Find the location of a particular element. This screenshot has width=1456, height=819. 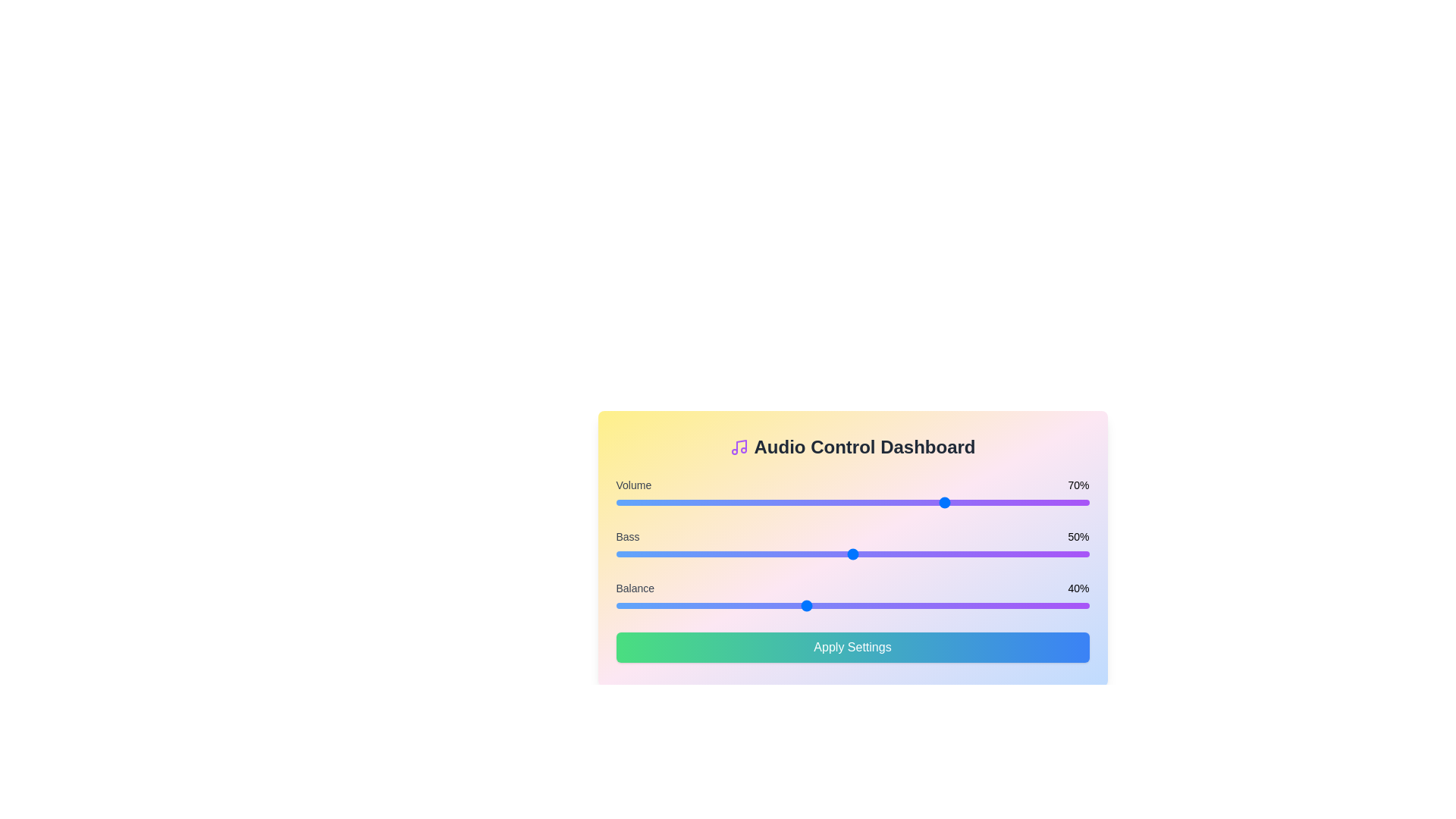

the Text Label indicating the current value of the 'Volume' slider, which shows that the slider is set at 70% is located at coordinates (1078, 485).